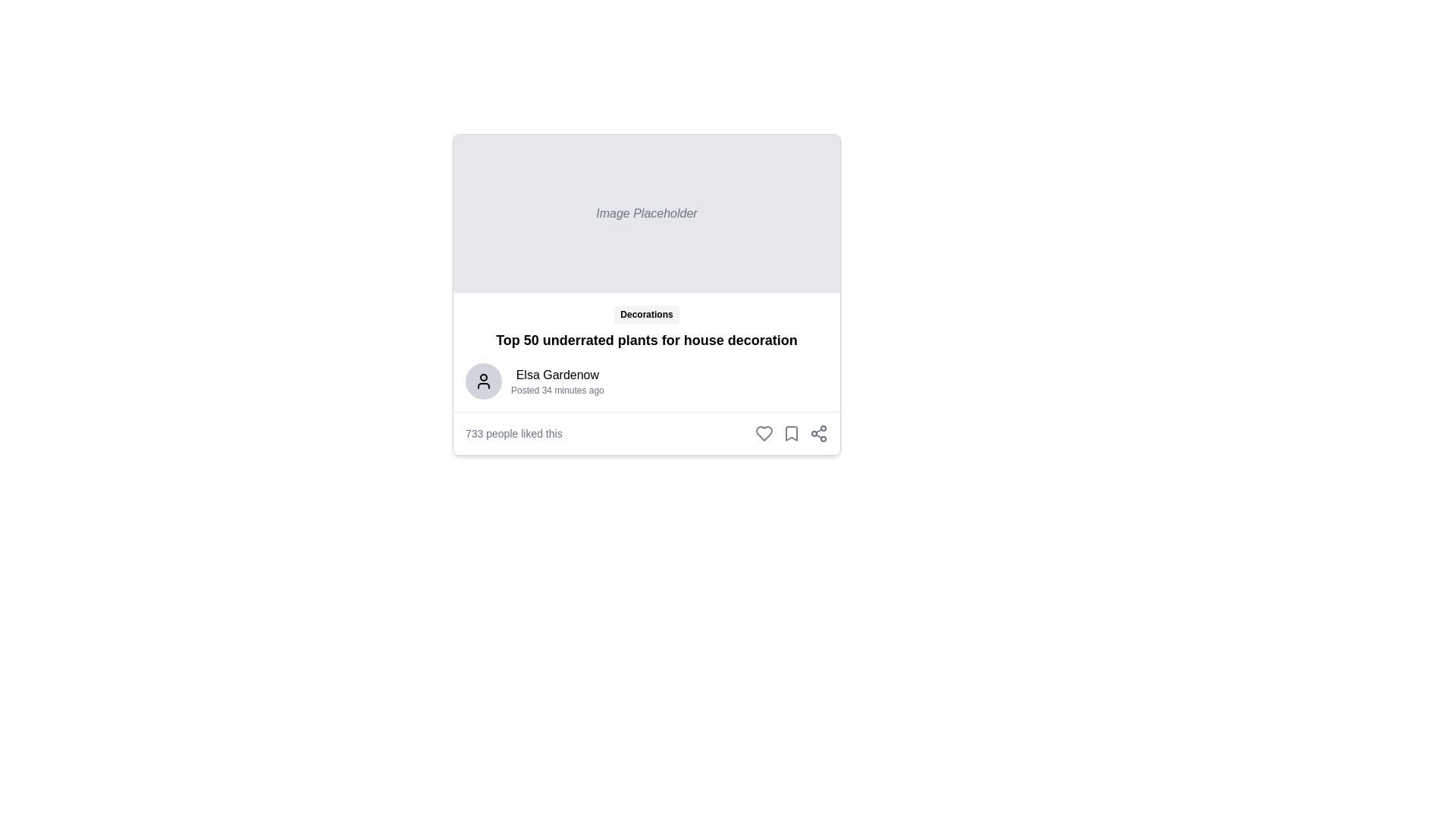 The image size is (1456, 819). I want to click on the bookmark icon button, which is styled with a gray outline and located centrally among a horizontal group of icons, so click(790, 433).